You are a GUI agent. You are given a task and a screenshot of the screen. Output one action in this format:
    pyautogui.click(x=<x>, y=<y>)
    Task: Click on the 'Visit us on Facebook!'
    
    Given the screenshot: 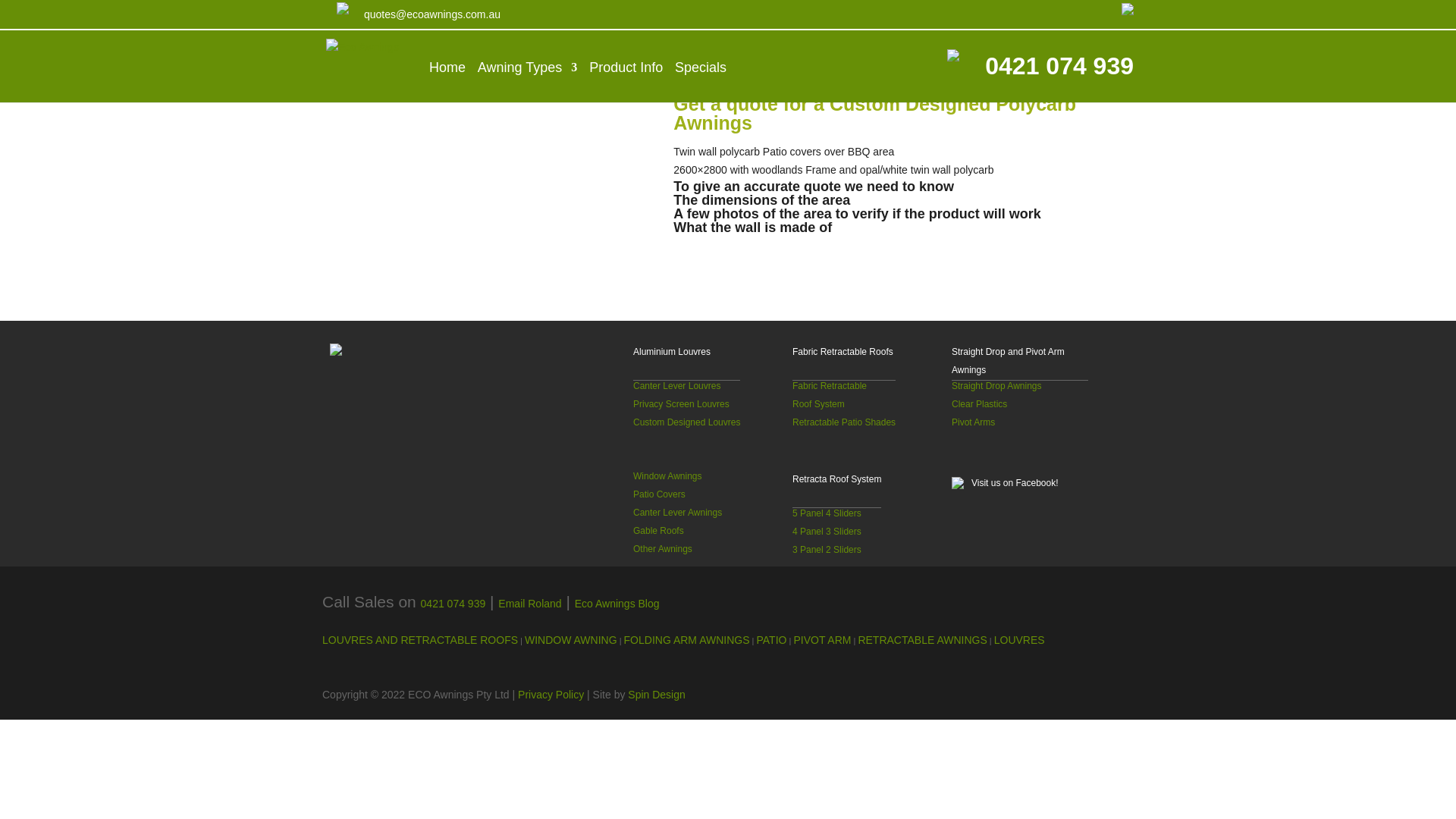 What is the action you would take?
    pyautogui.click(x=1019, y=461)
    